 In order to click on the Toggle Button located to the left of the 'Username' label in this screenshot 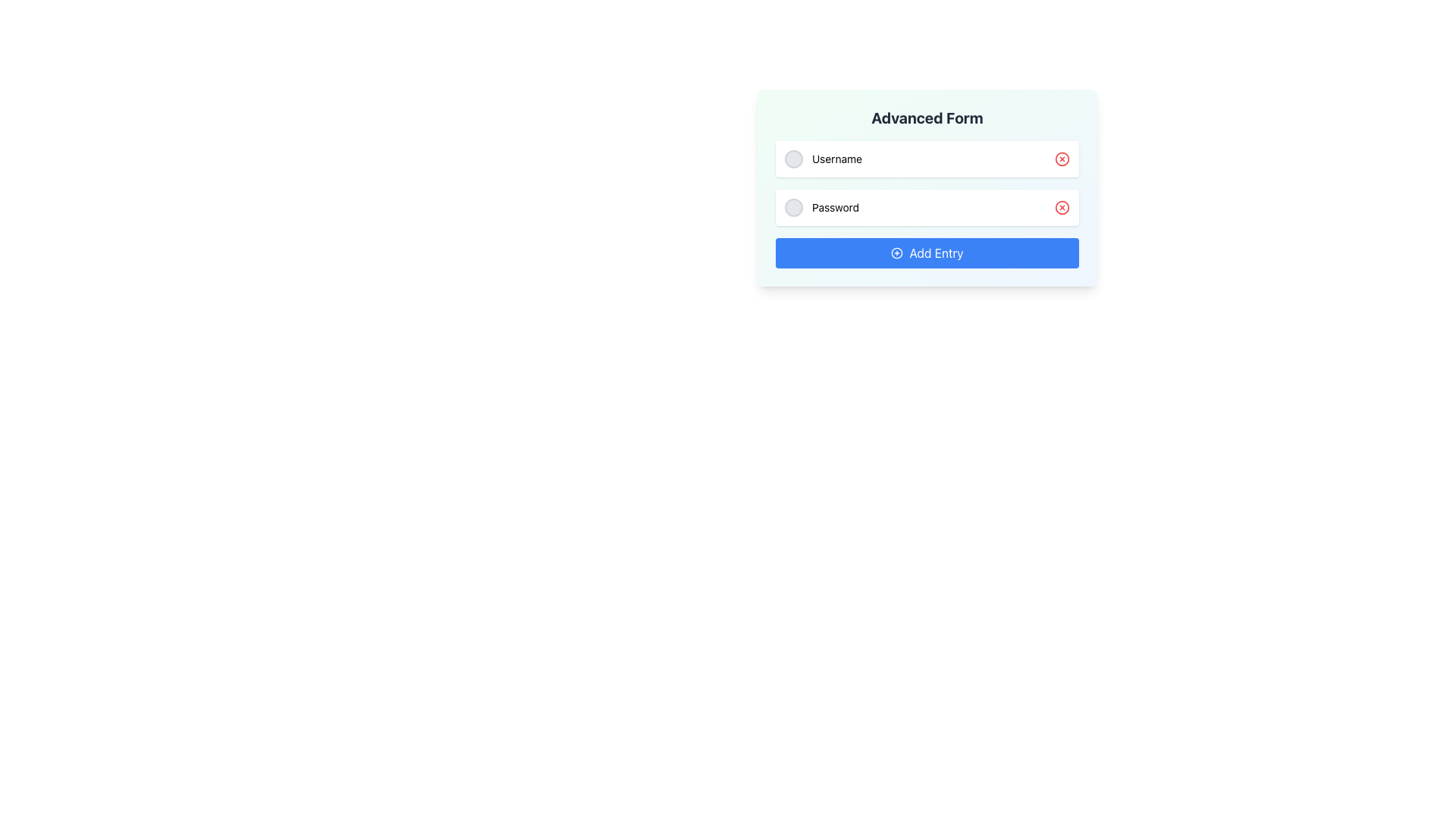, I will do `click(792, 158)`.